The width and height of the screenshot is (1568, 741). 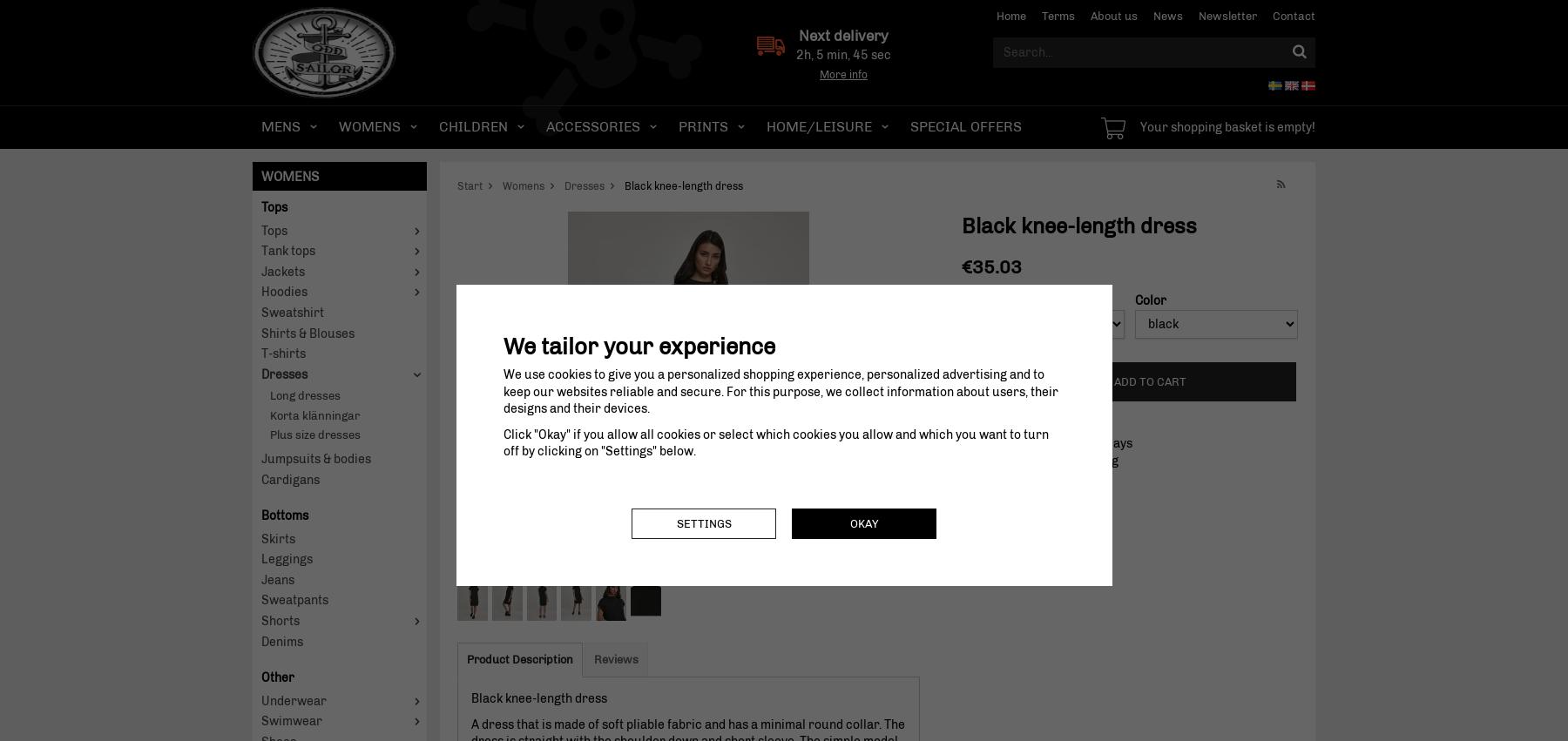 I want to click on 'Sweatpants', so click(x=294, y=600).